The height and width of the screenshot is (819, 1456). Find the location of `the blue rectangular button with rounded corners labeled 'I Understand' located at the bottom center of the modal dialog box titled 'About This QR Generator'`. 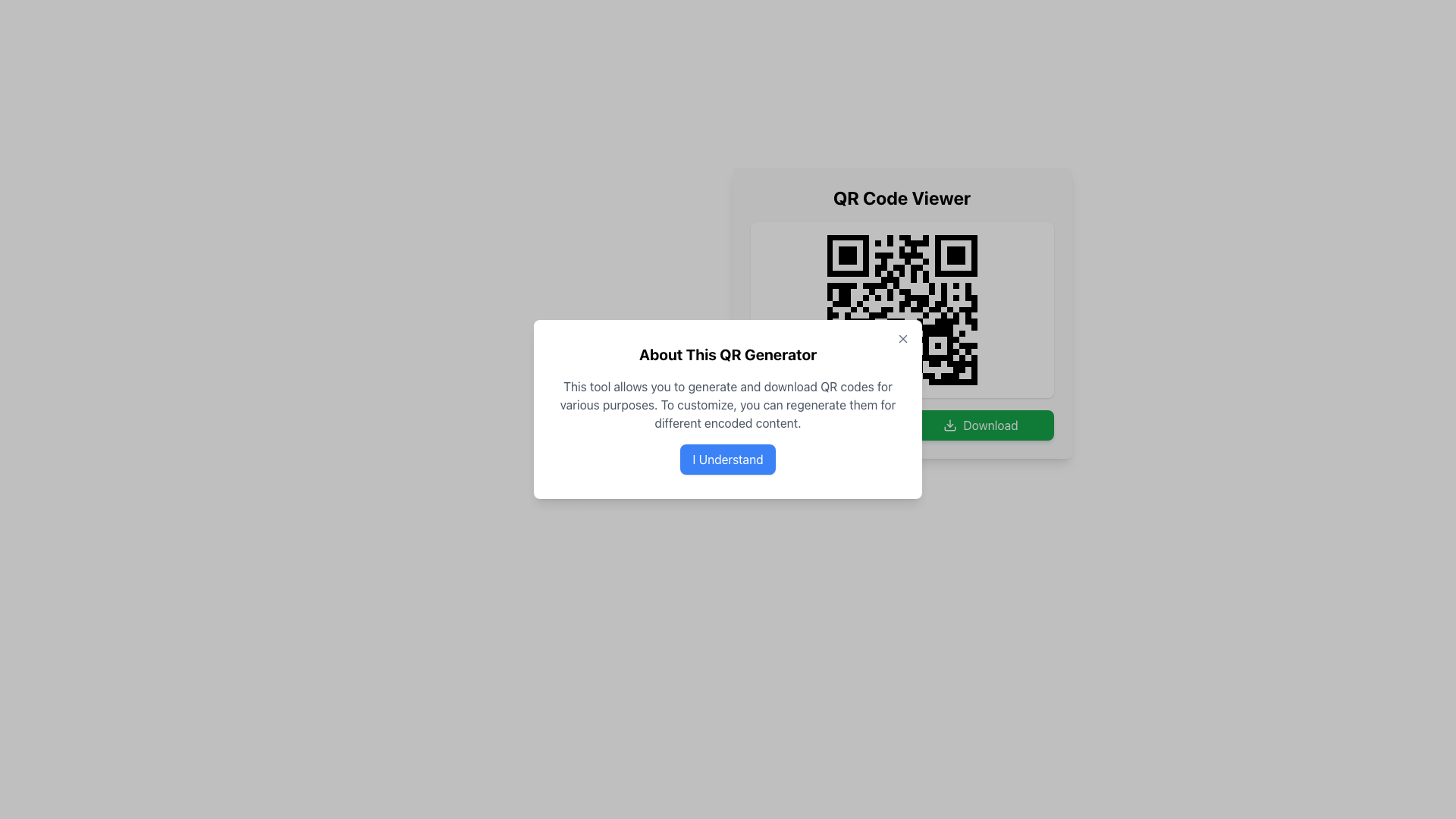

the blue rectangular button with rounded corners labeled 'I Understand' located at the bottom center of the modal dialog box titled 'About This QR Generator' is located at coordinates (728, 458).